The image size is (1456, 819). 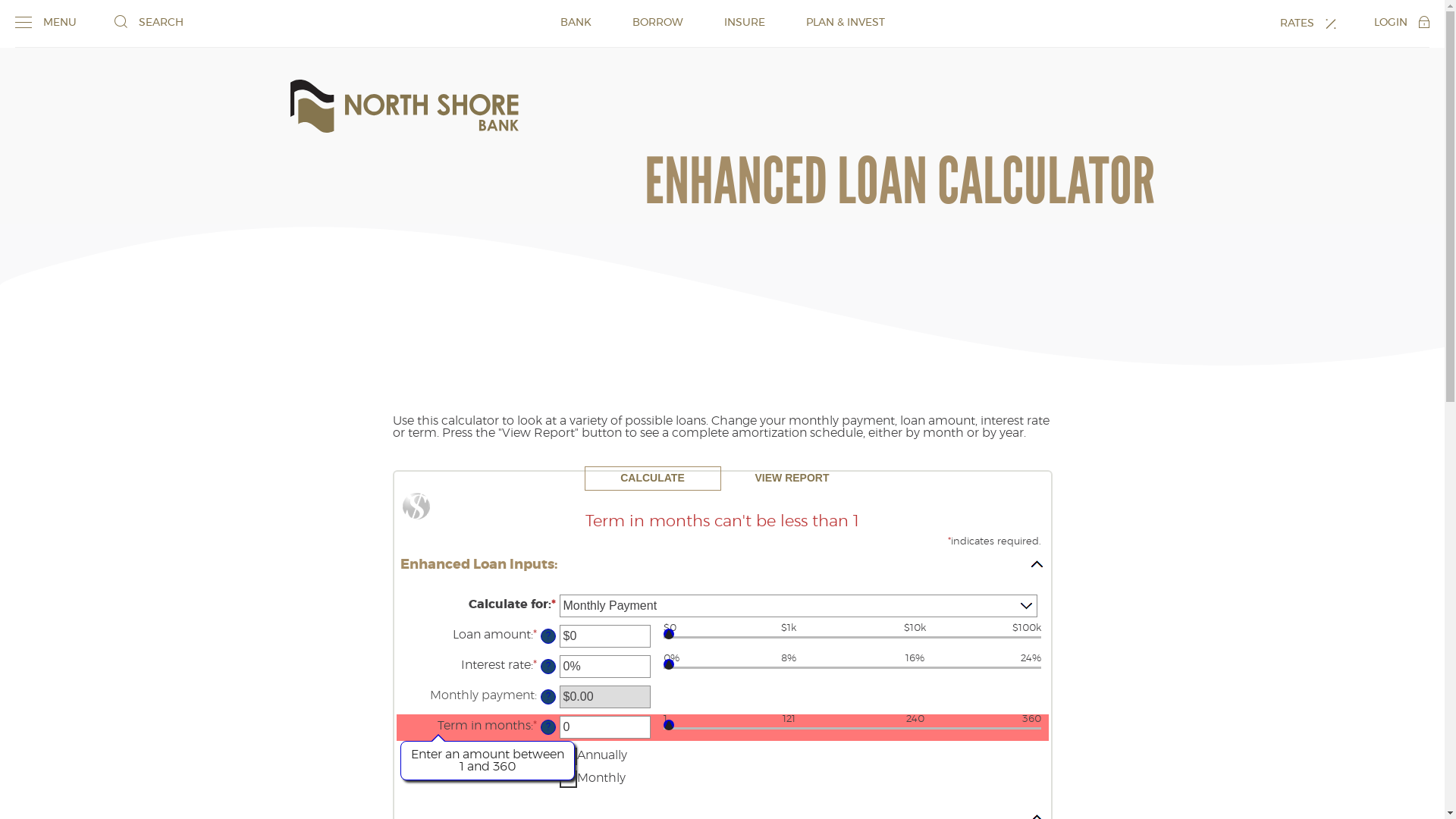 I want to click on 'RATES', so click(x=1307, y=23).